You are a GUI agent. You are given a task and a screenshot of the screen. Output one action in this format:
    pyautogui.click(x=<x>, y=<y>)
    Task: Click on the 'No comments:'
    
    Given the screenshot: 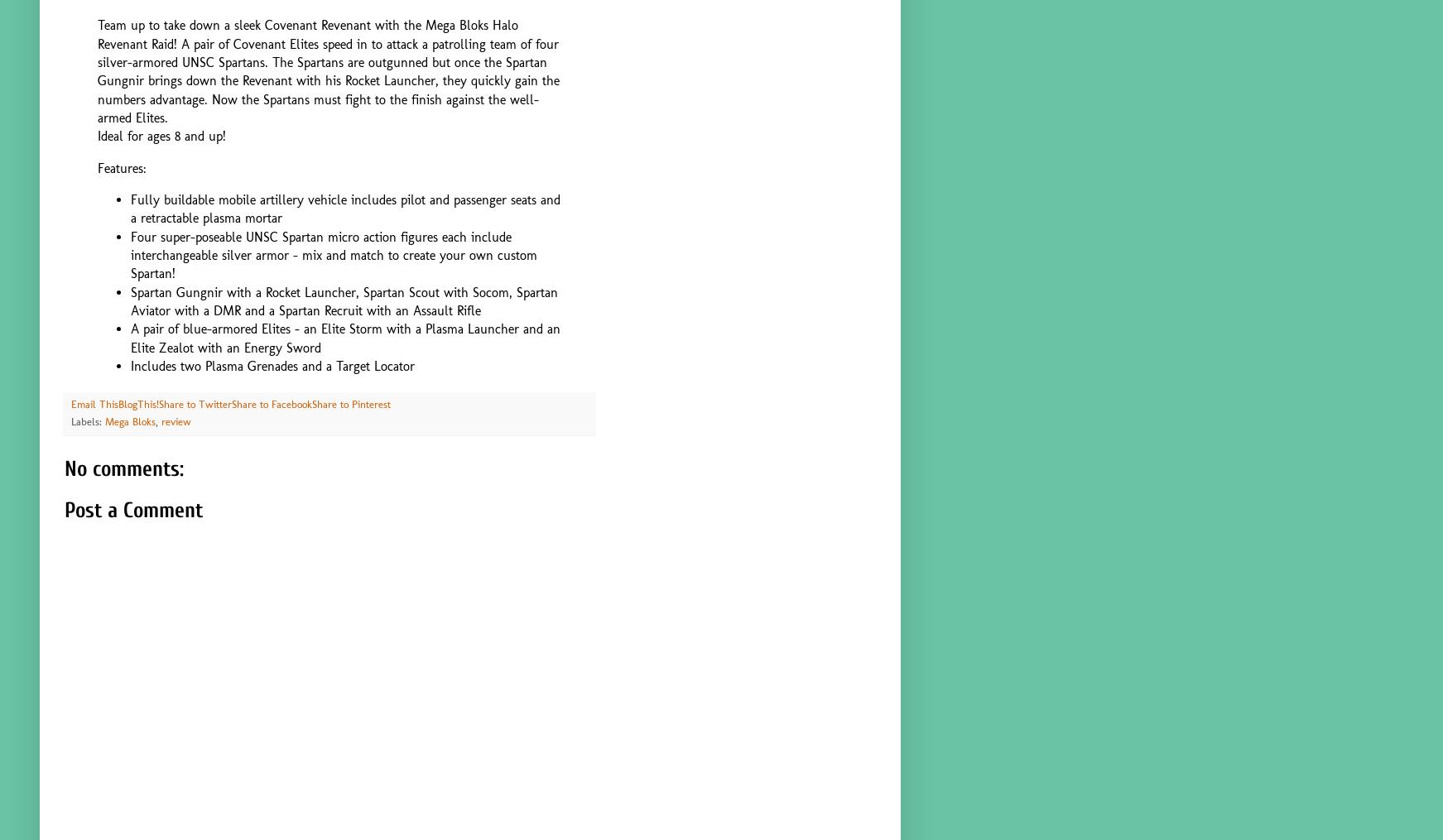 What is the action you would take?
    pyautogui.click(x=124, y=468)
    